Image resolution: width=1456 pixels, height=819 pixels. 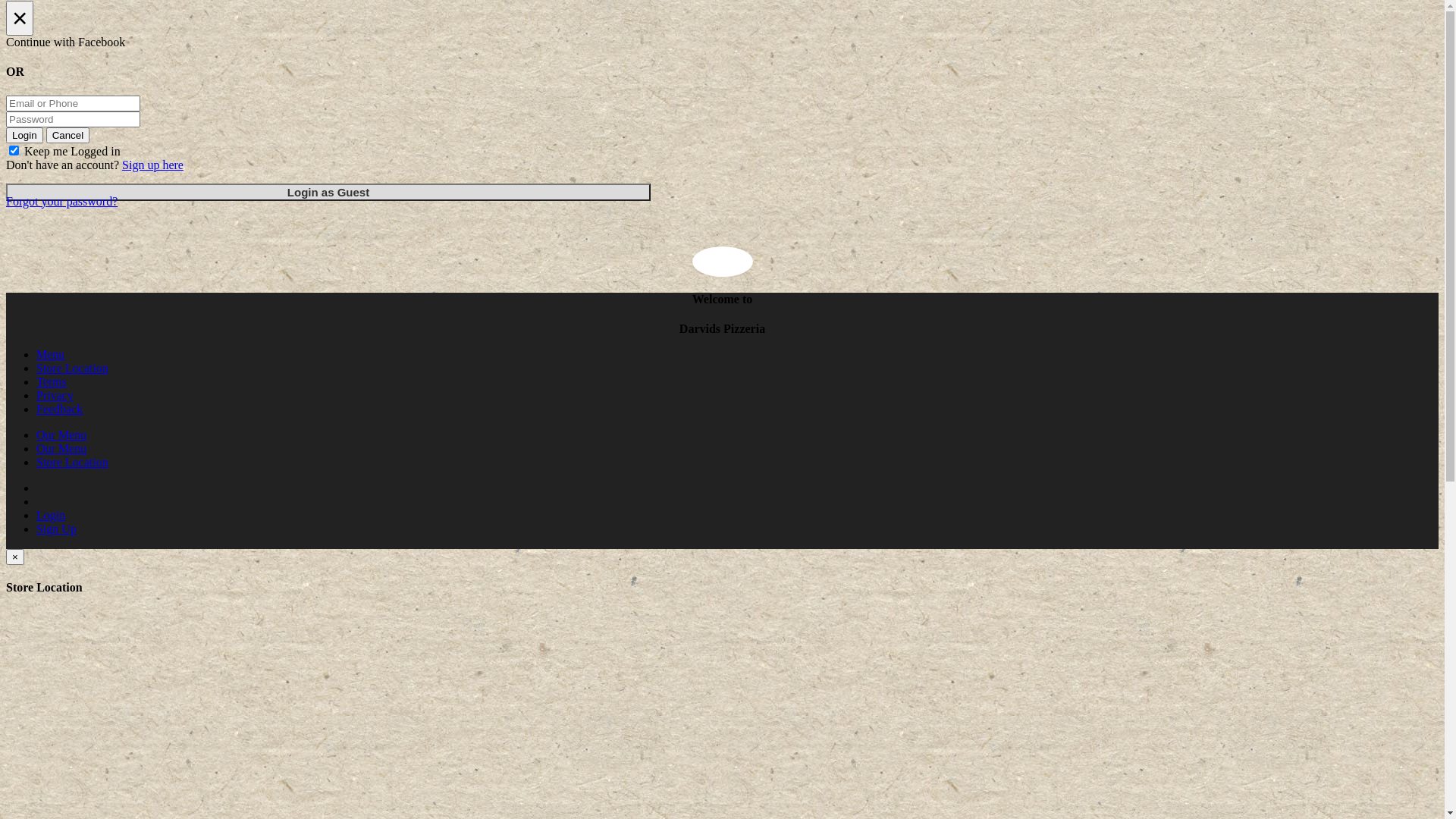 What do you see at coordinates (24, 134) in the screenshot?
I see `'Login'` at bounding box center [24, 134].